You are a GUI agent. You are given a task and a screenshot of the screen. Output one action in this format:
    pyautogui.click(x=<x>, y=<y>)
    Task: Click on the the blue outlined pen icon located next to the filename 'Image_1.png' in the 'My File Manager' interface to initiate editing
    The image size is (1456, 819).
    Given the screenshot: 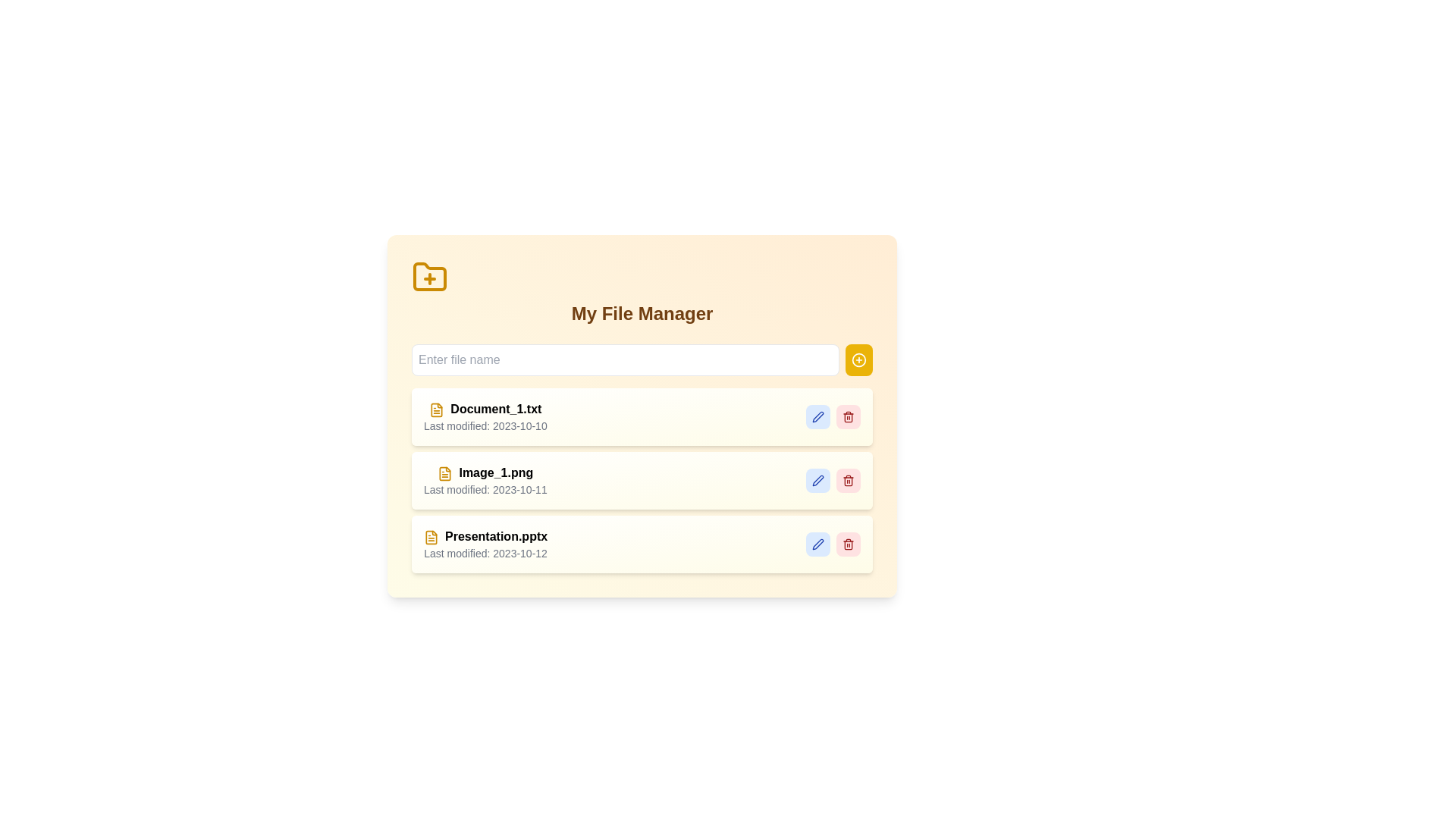 What is the action you would take?
    pyautogui.click(x=817, y=480)
    